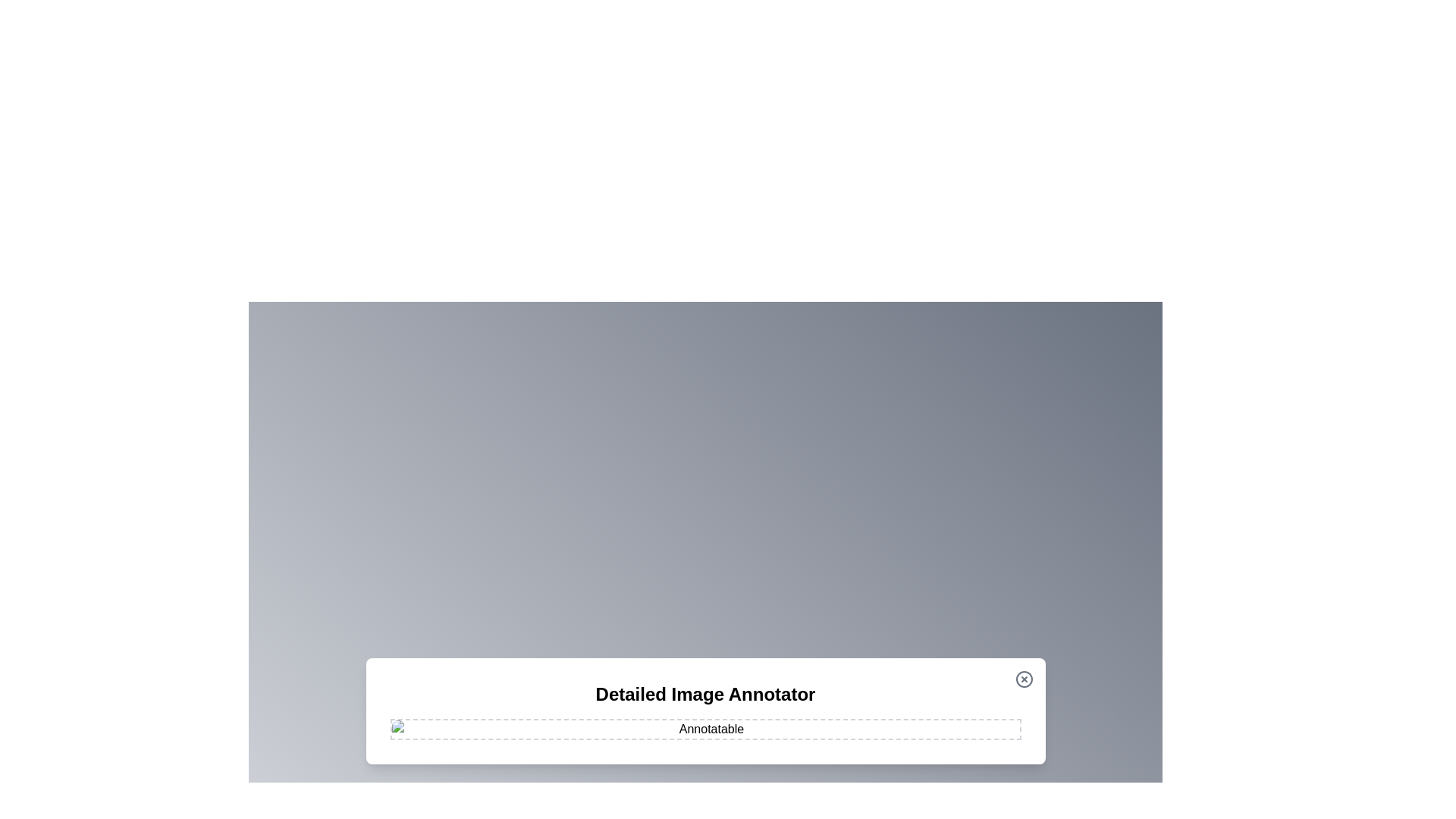 The width and height of the screenshot is (1456, 819). What do you see at coordinates (464, 722) in the screenshot?
I see `the image at coordinates (613, 954) to add an annotation` at bounding box center [464, 722].